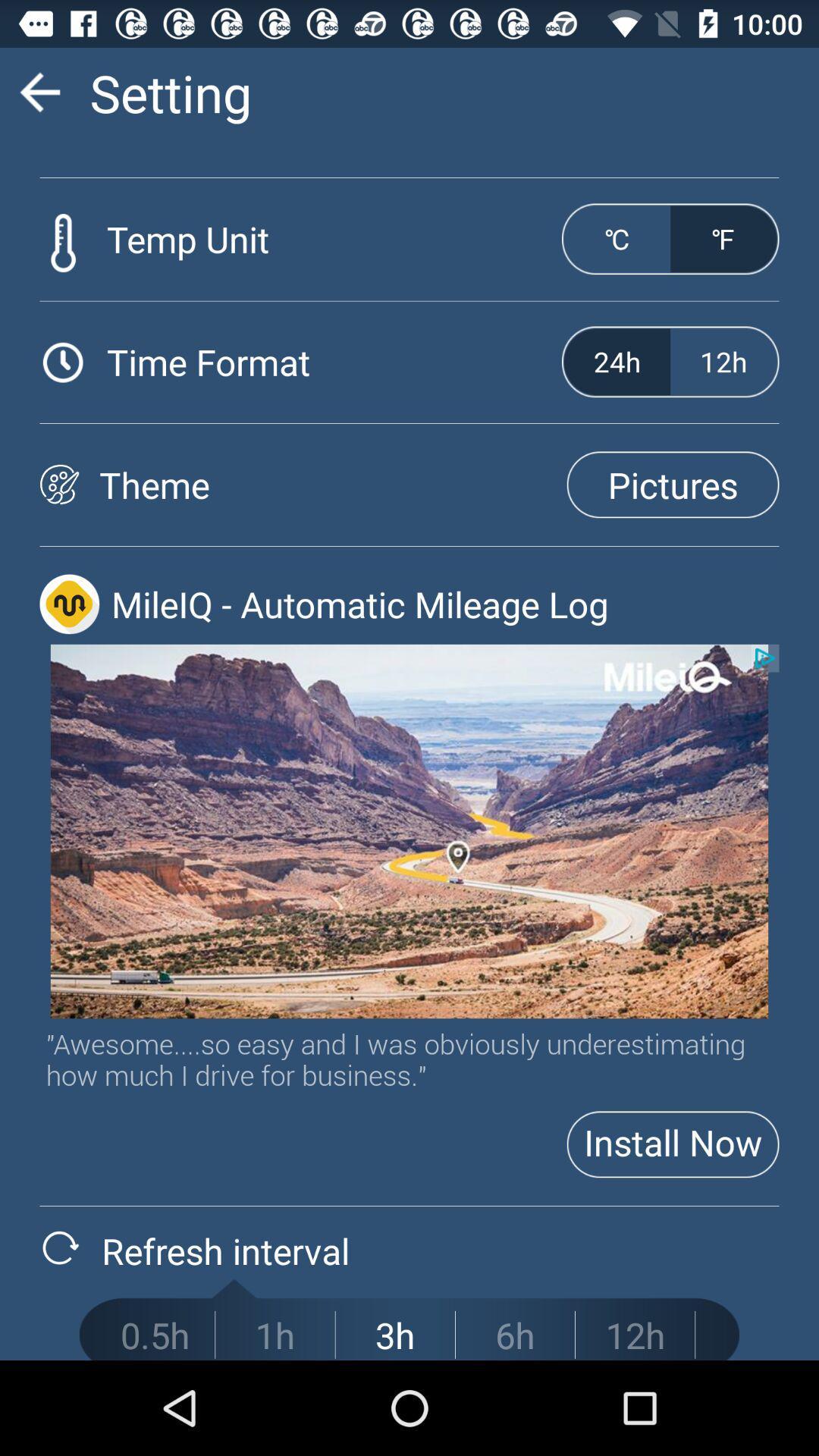  Describe the element at coordinates (617, 238) in the screenshot. I see `the item next to the temp unit` at that location.